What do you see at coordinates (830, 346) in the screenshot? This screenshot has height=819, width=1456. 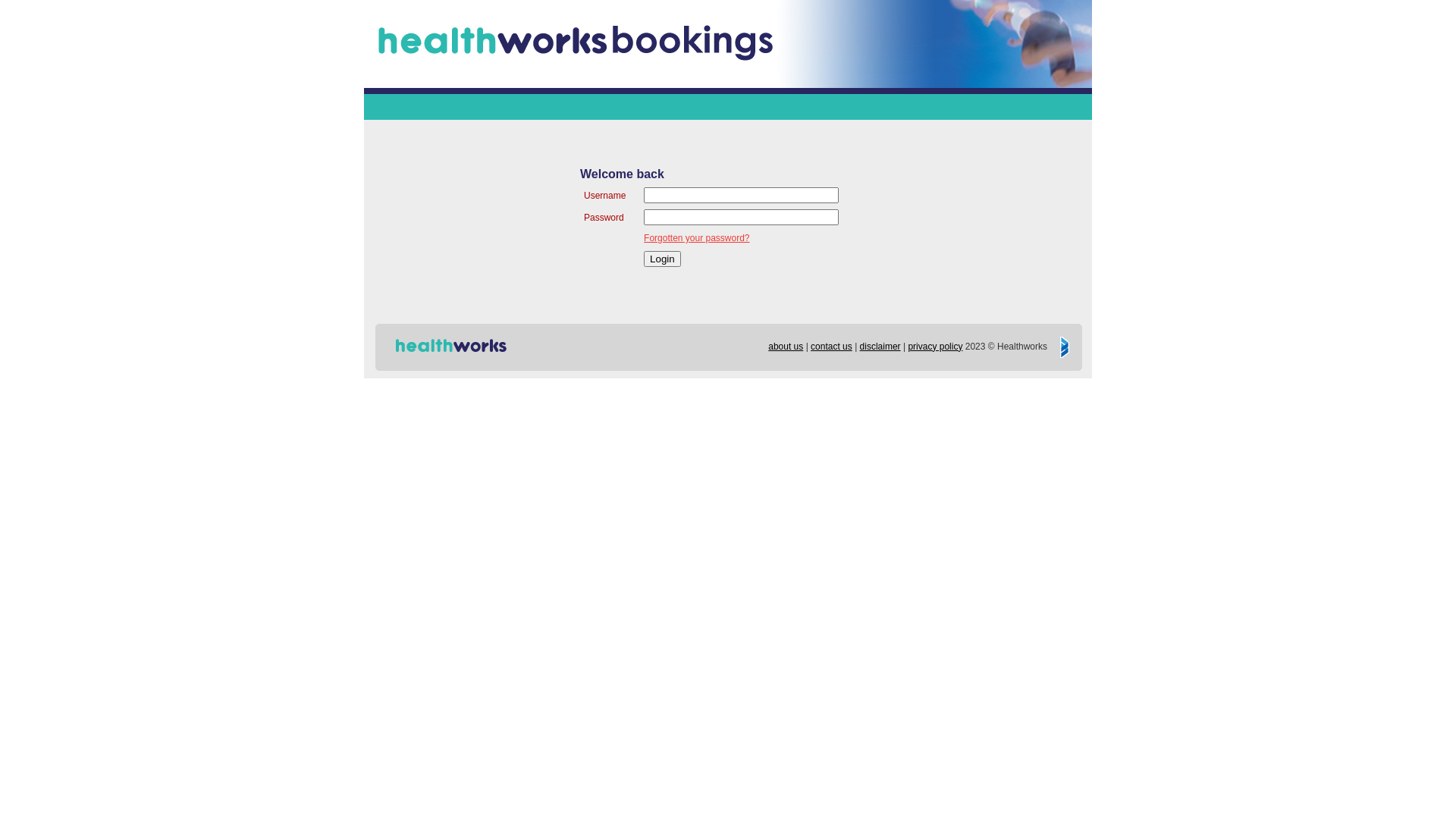 I see `'contact us'` at bounding box center [830, 346].